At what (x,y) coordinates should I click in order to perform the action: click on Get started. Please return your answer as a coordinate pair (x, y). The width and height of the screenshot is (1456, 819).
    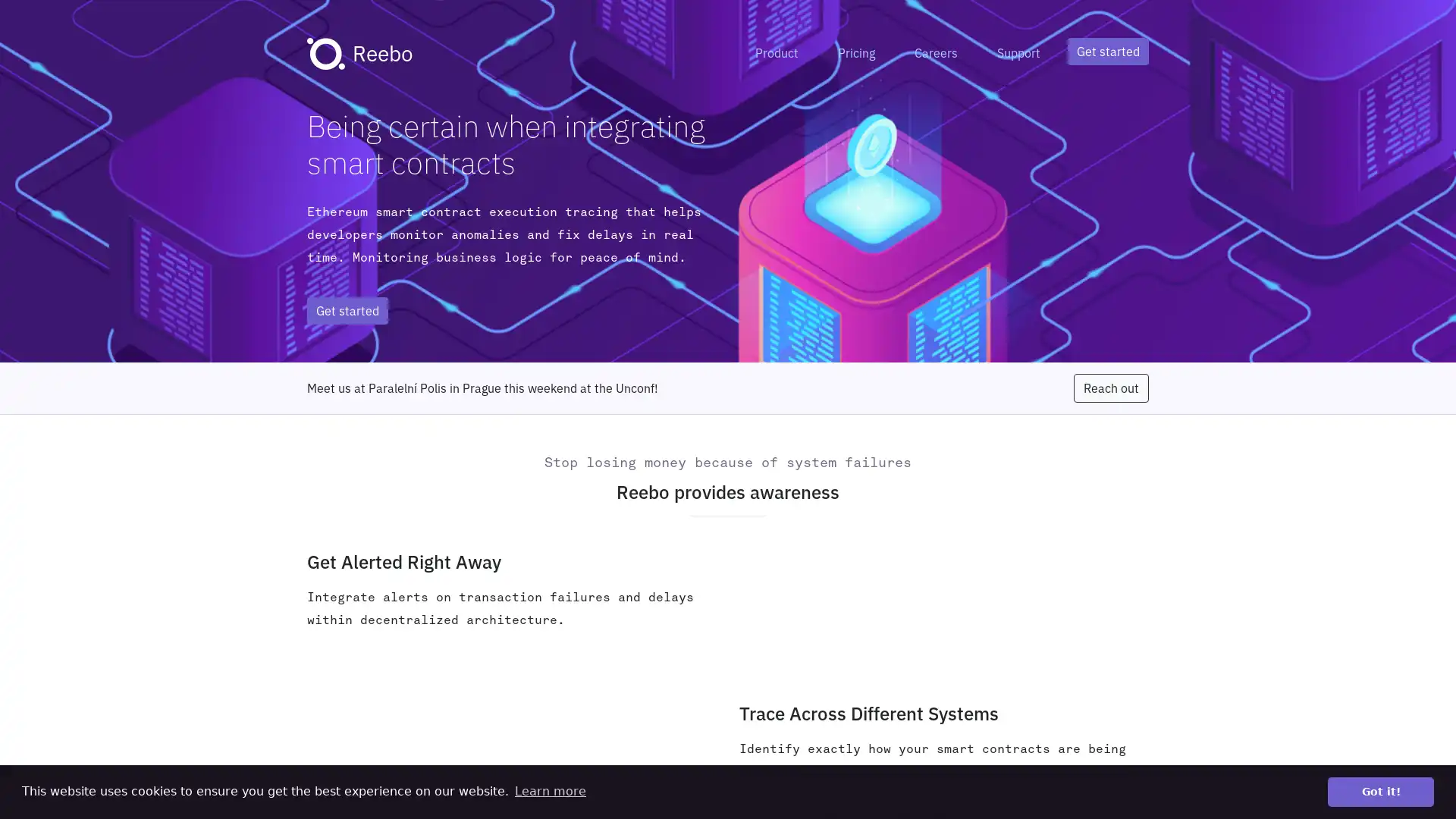
    Looking at the image, I should click on (347, 309).